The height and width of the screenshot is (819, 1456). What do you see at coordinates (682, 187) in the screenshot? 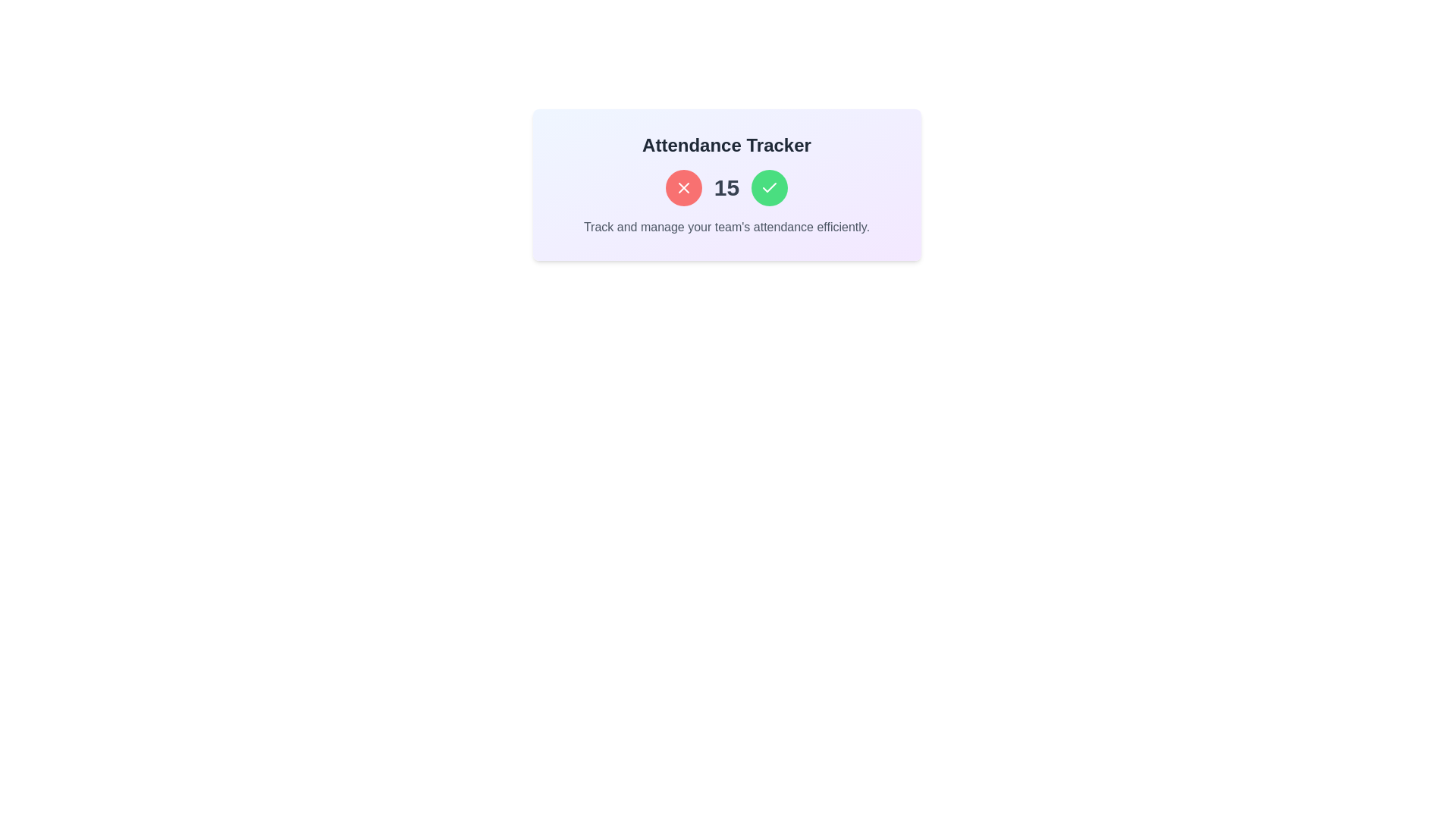
I see `the circular red button with a white cross icon` at bounding box center [682, 187].